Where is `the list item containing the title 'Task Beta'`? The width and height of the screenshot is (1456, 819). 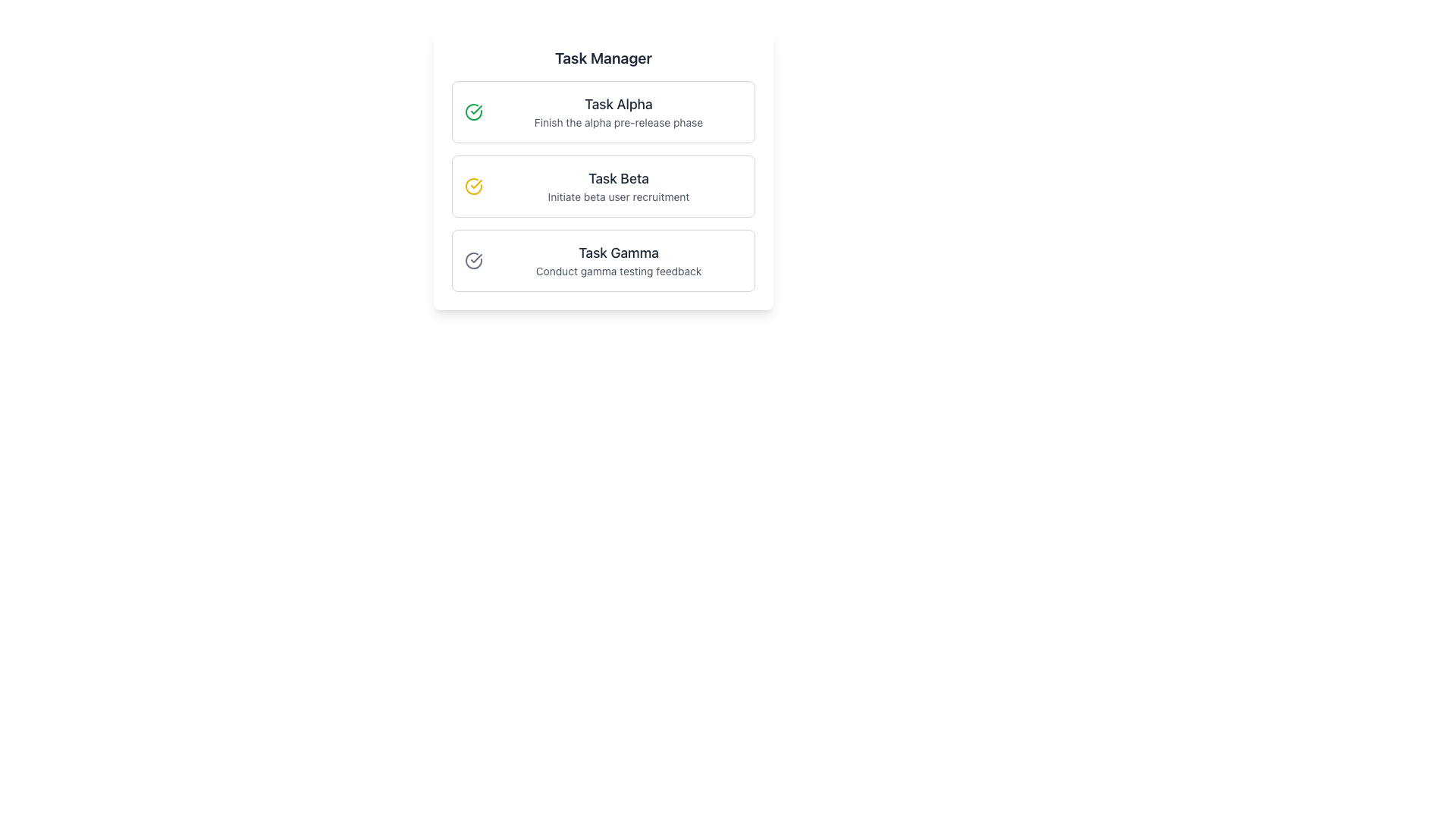 the list item containing the title 'Task Beta' is located at coordinates (619, 186).